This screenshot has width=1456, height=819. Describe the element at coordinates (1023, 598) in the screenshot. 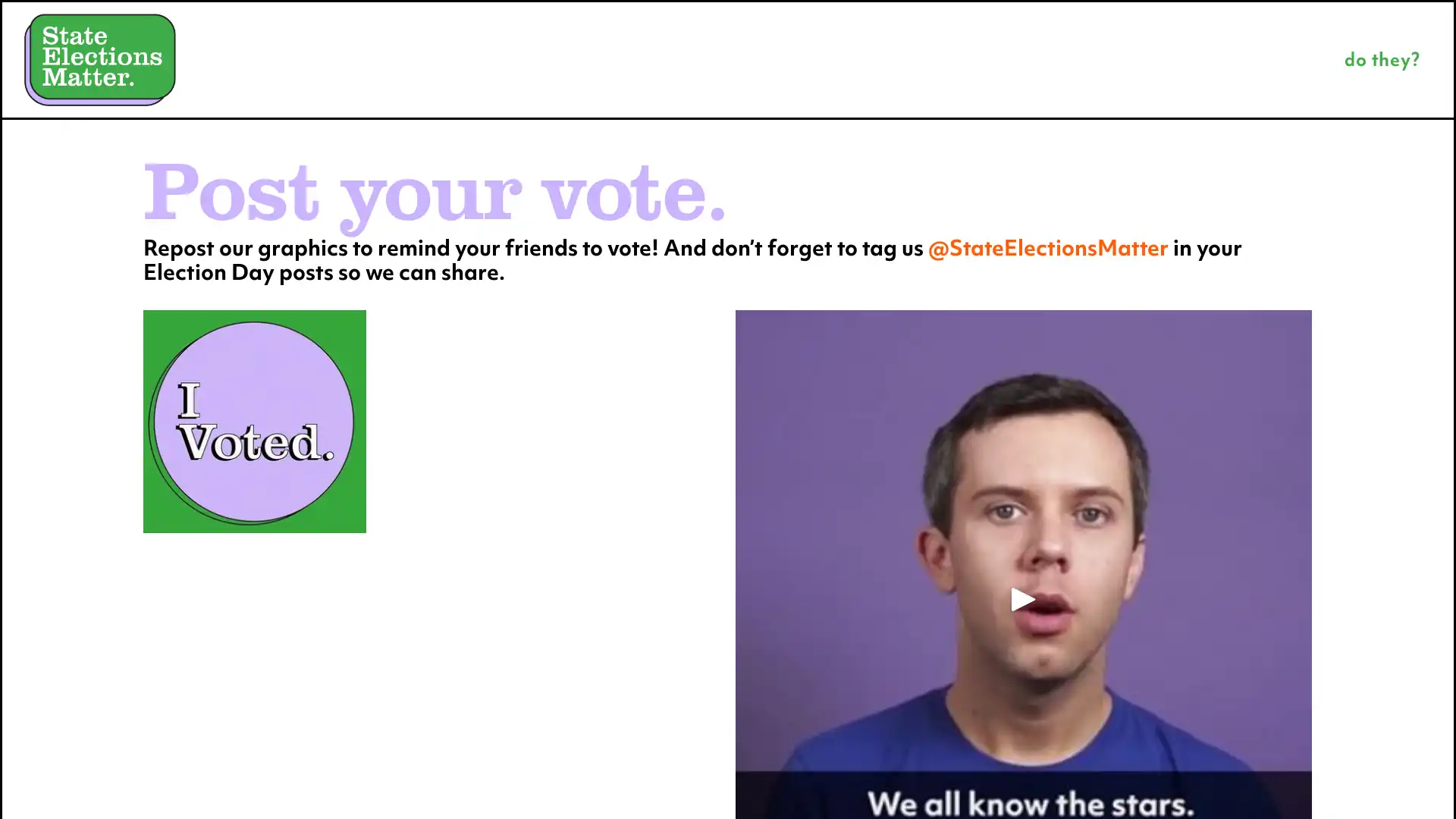

I see `Play` at that location.